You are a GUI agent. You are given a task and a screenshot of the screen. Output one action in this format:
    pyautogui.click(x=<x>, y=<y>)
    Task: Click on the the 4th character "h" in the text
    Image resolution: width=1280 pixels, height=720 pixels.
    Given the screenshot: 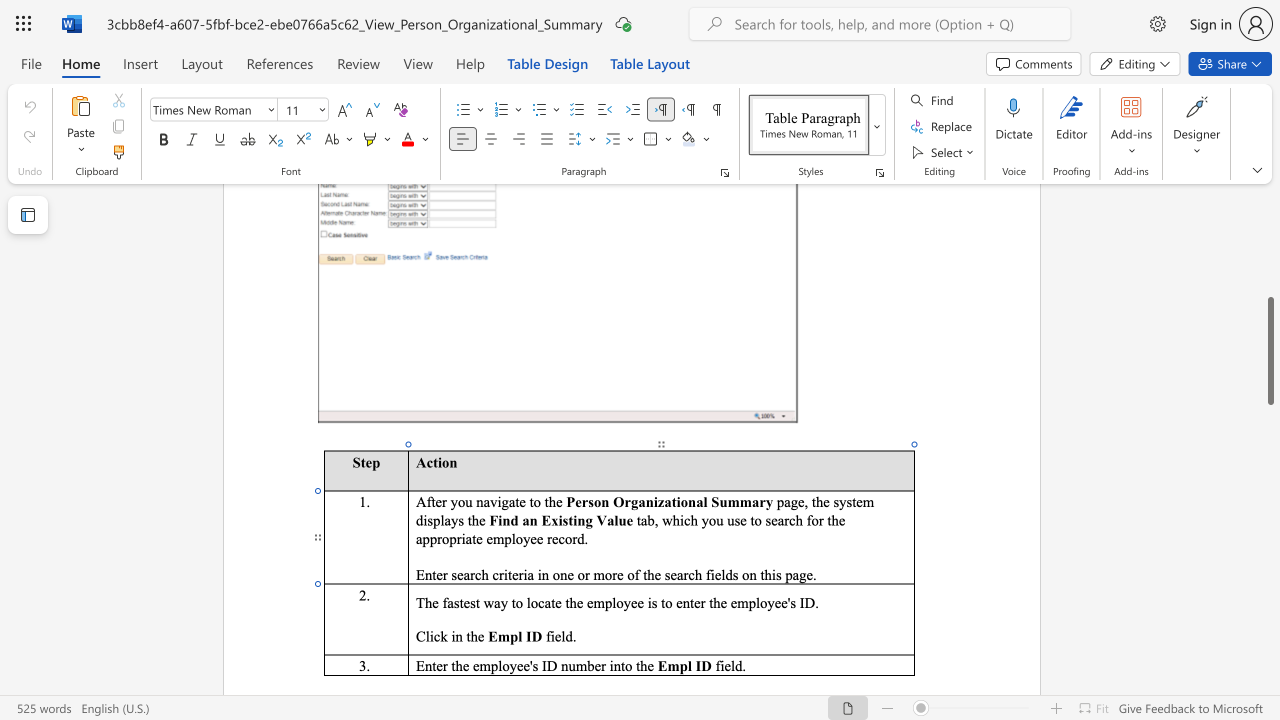 What is the action you would take?
    pyautogui.click(x=767, y=574)
    